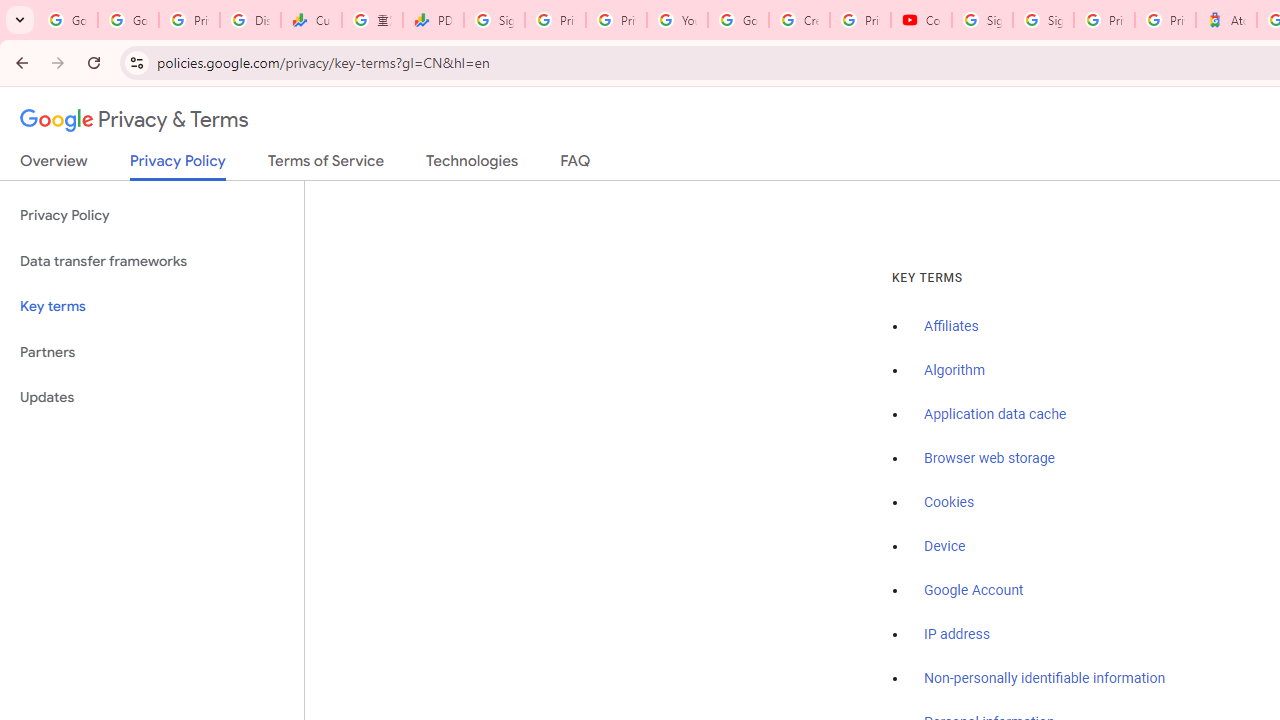 This screenshot has width=1280, height=720. Describe the element at coordinates (920, 20) in the screenshot. I see `'Content Creator Programs & Opportunities - YouTube Creators'` at that location.